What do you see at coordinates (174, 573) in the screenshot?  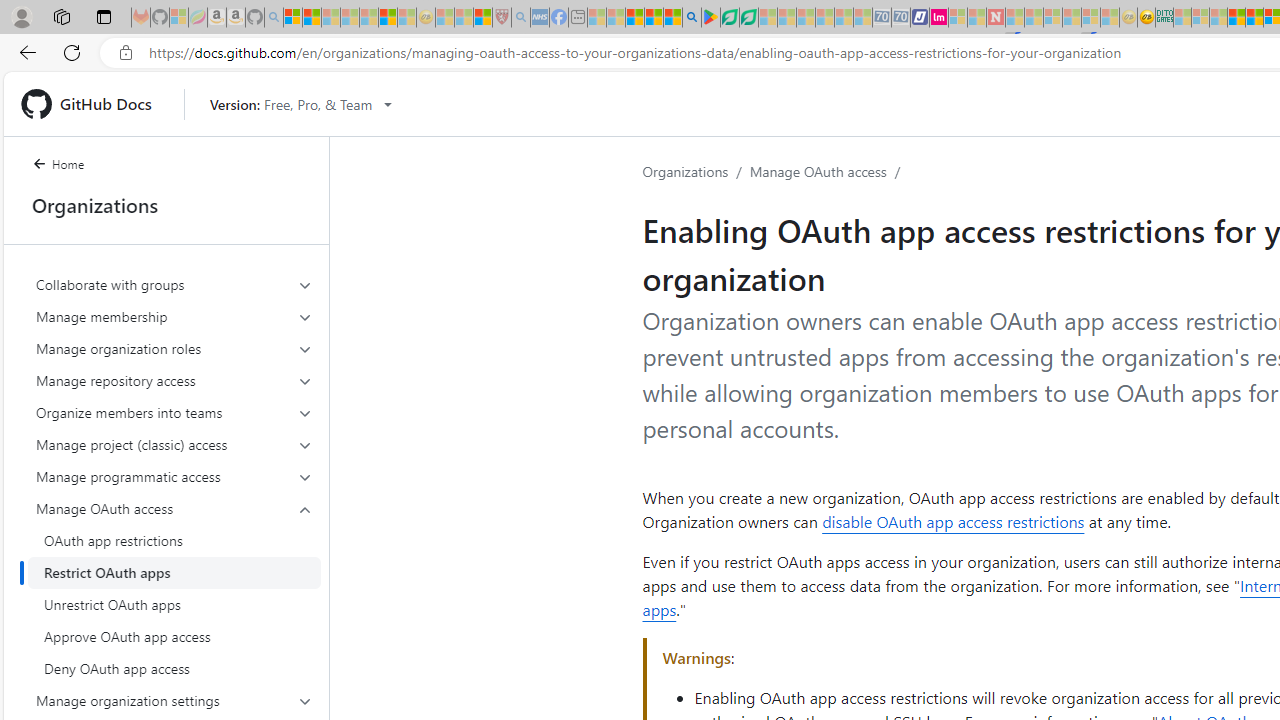 I see `'Restrict OAuth apps'` at bounding box center [174, 573].